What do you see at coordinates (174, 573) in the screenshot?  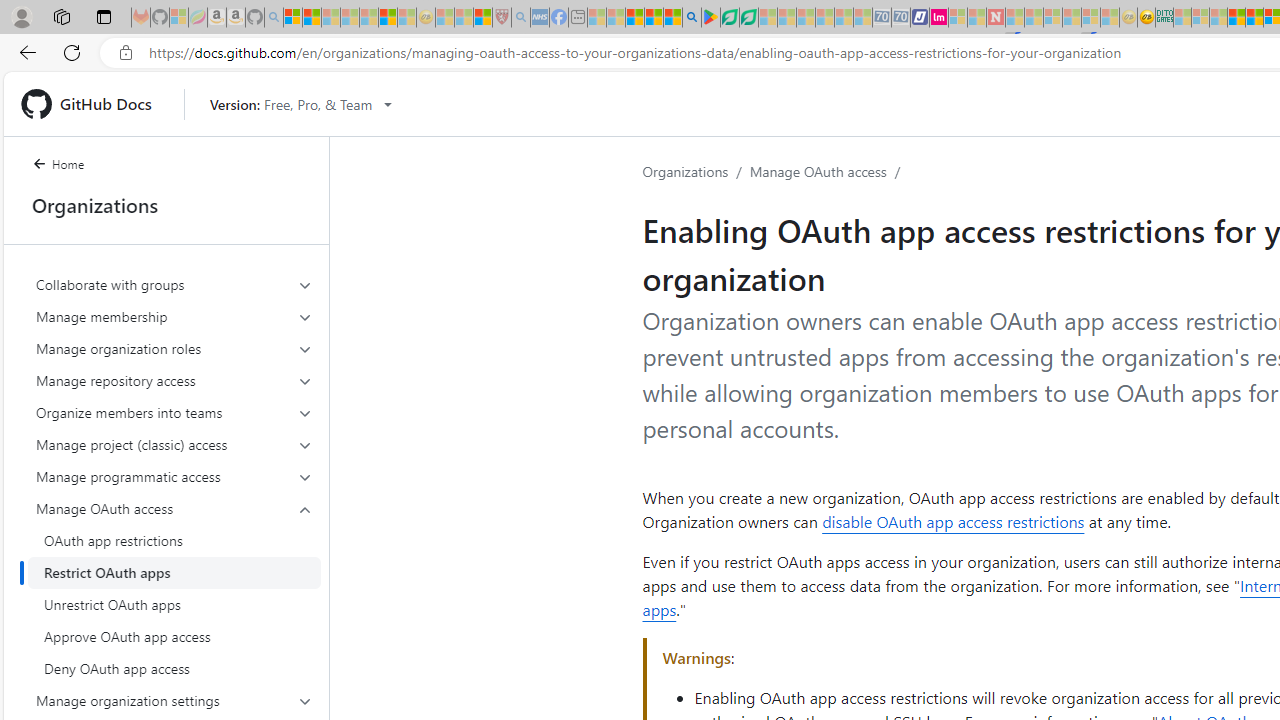 I see `'Restrict OAuth apps'` at bounding box center [174, 573].